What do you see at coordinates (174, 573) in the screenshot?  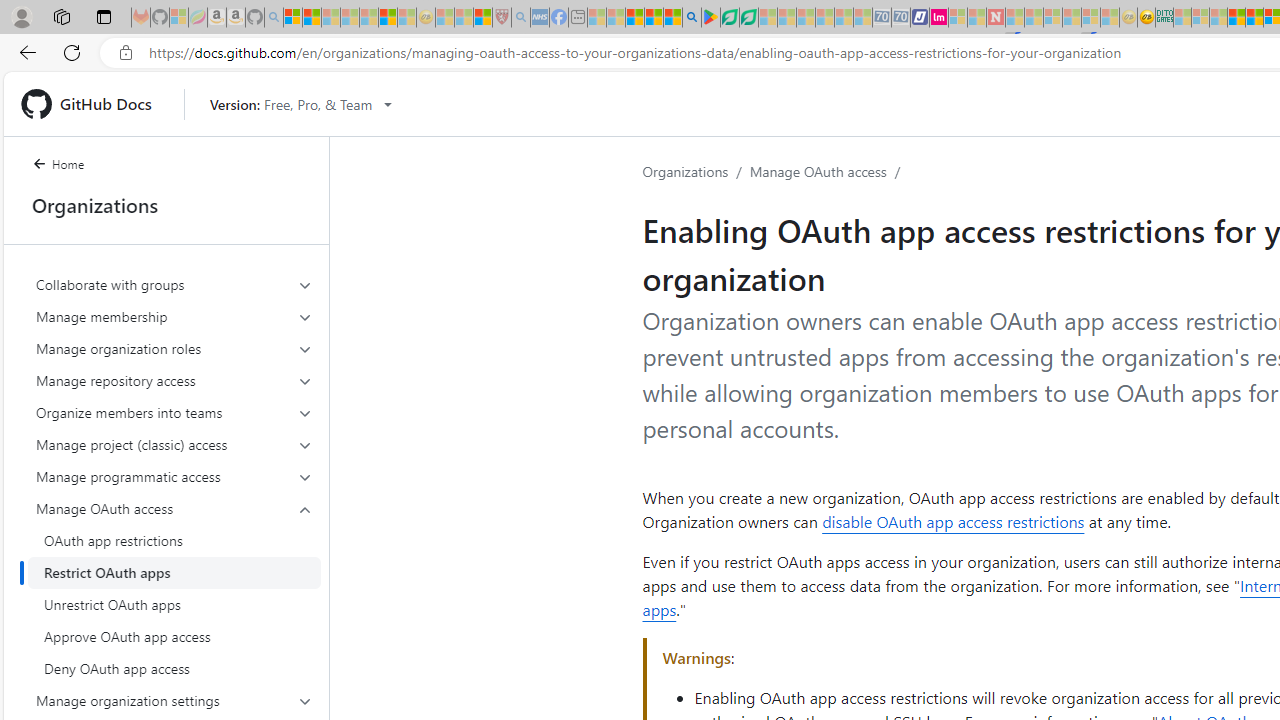 I see `'Restrict OAuth apps'` at bounding box center [174, 573].